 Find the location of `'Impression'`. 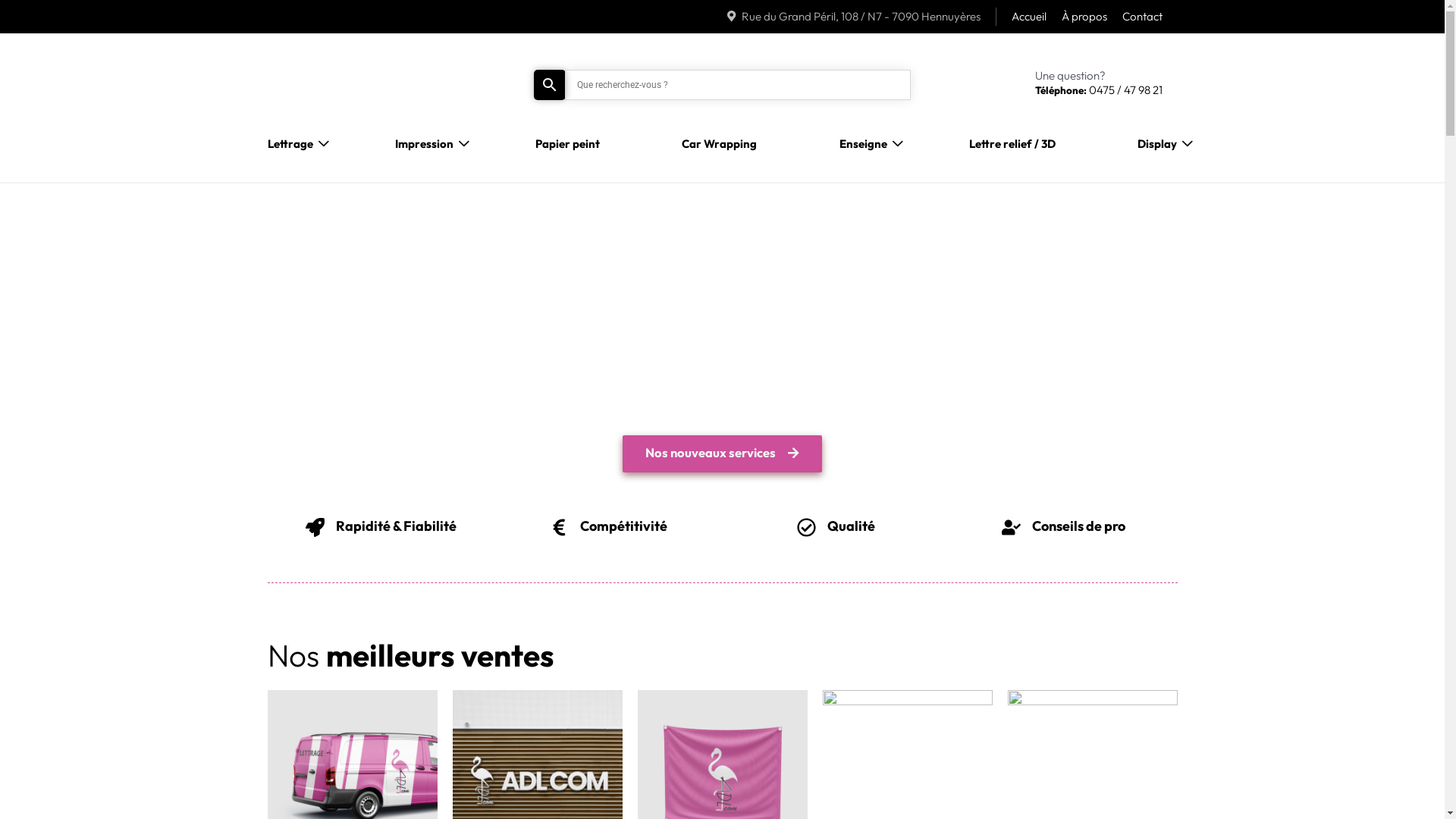

'Impression' is located at coordinates (424, 143).